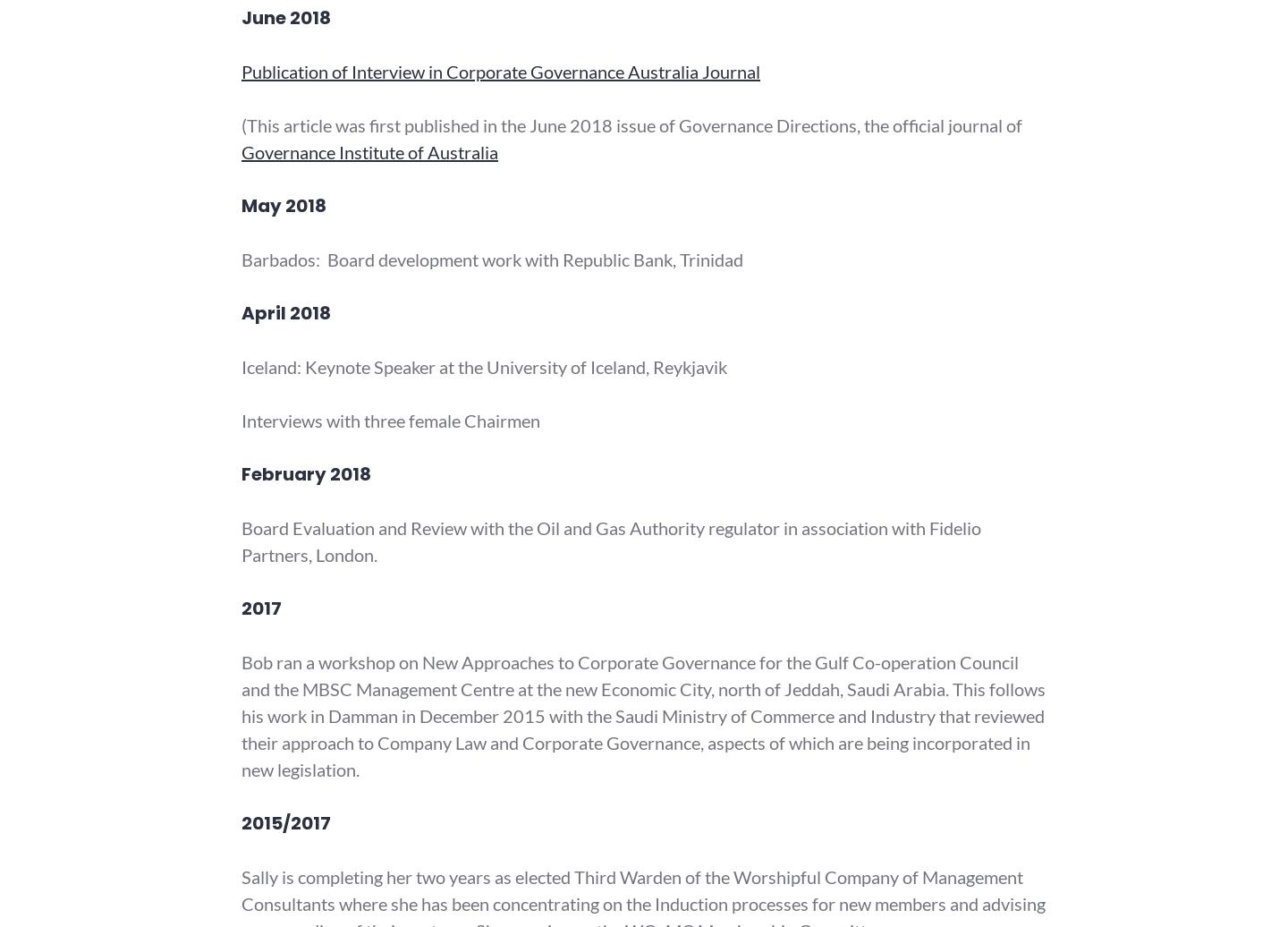  Describe the element at coordinates (611, 541) in the screenshot. I see `'Board Evaluation and Review with the Oil and Gas Authority regulator in association with Fidelio Partners, London.'` at that location.